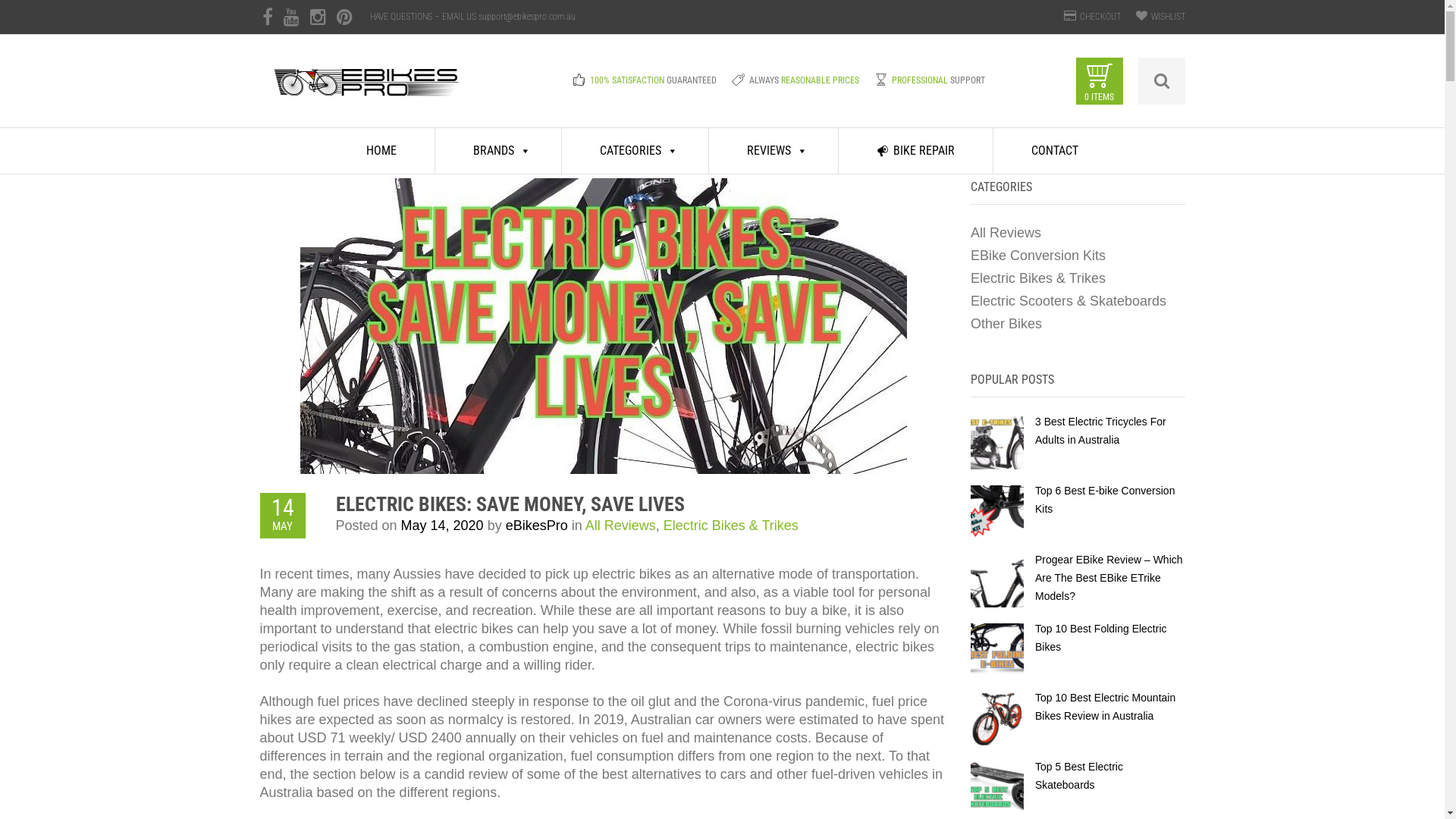  Describe the element at coordinates (837, 151) in the screenshot. I see `'BIKE REPAIR'` at that location.